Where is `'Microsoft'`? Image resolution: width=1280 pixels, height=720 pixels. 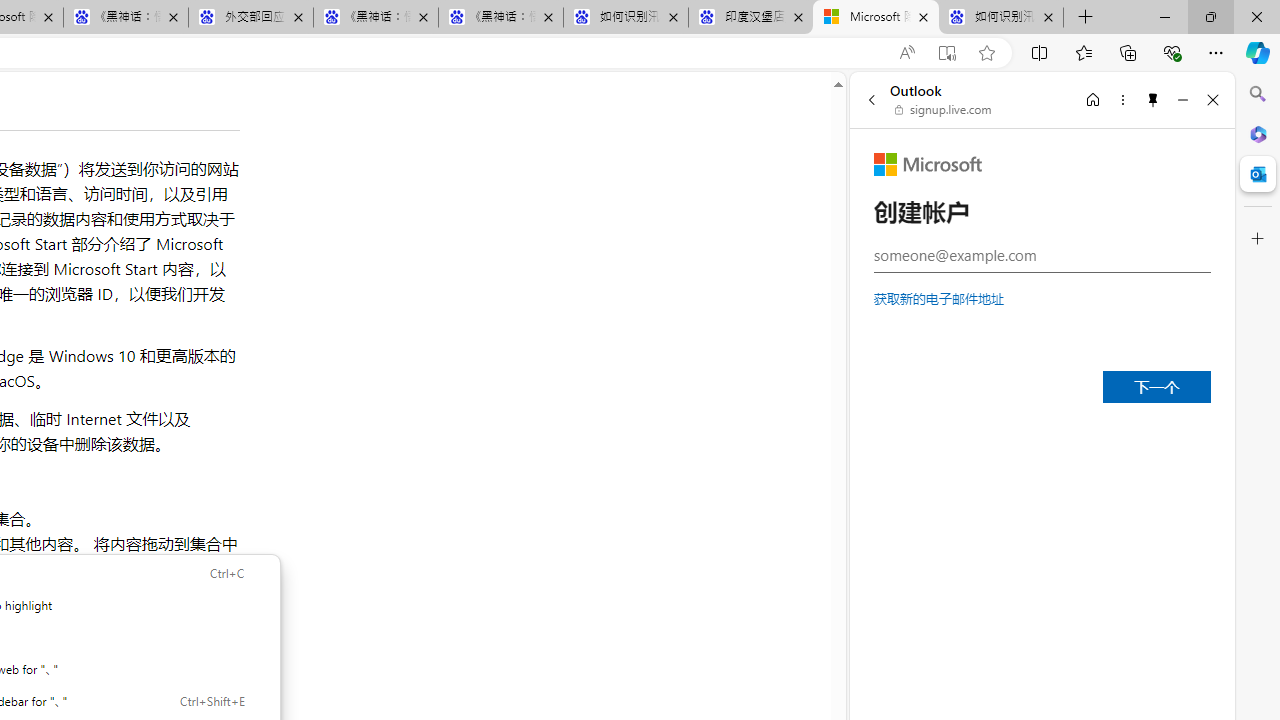
'Microsoft' is located at coordinates (927, 163).